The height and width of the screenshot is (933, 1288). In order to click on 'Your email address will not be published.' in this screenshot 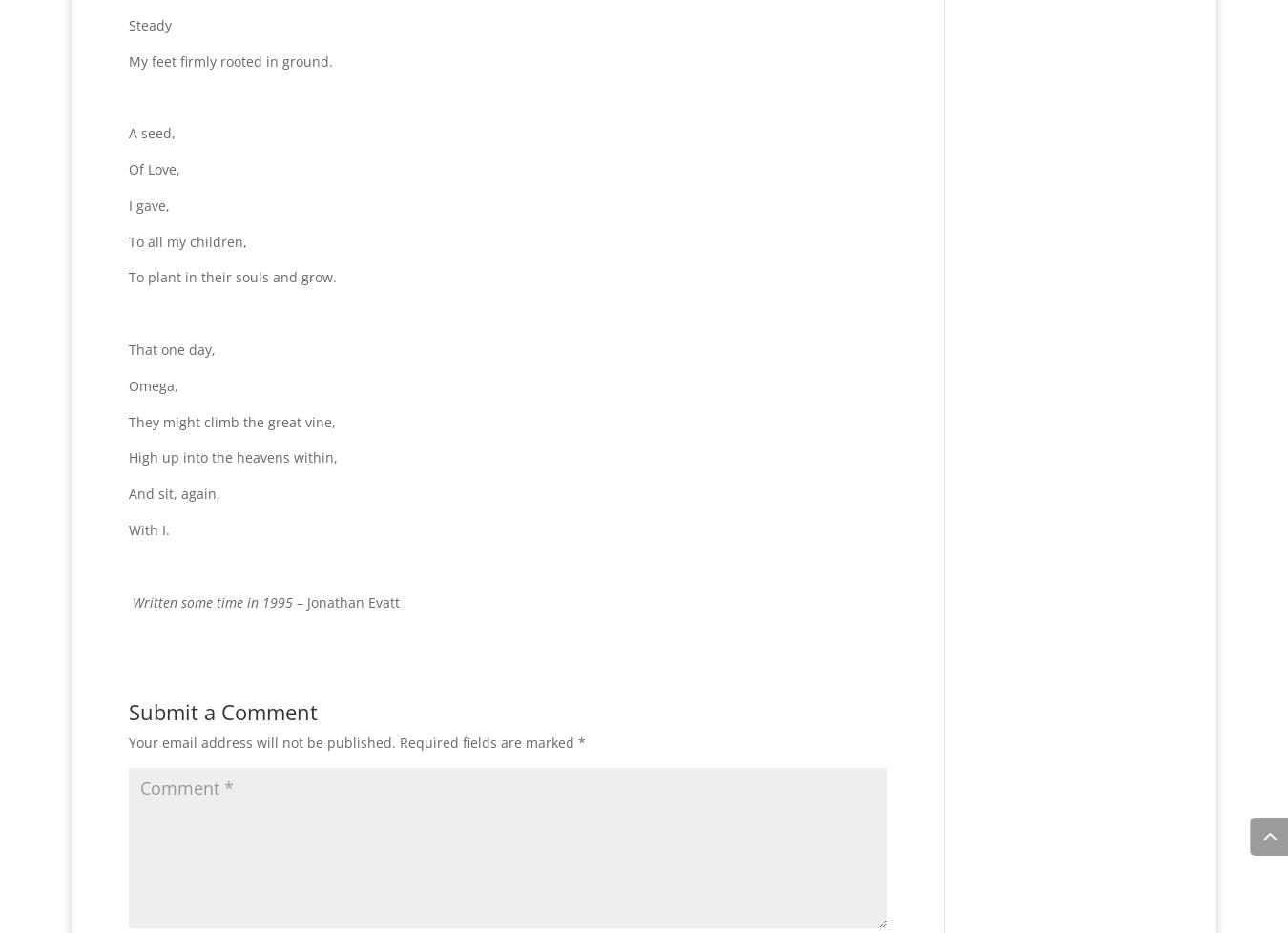, I will do `click(260, 741)`.